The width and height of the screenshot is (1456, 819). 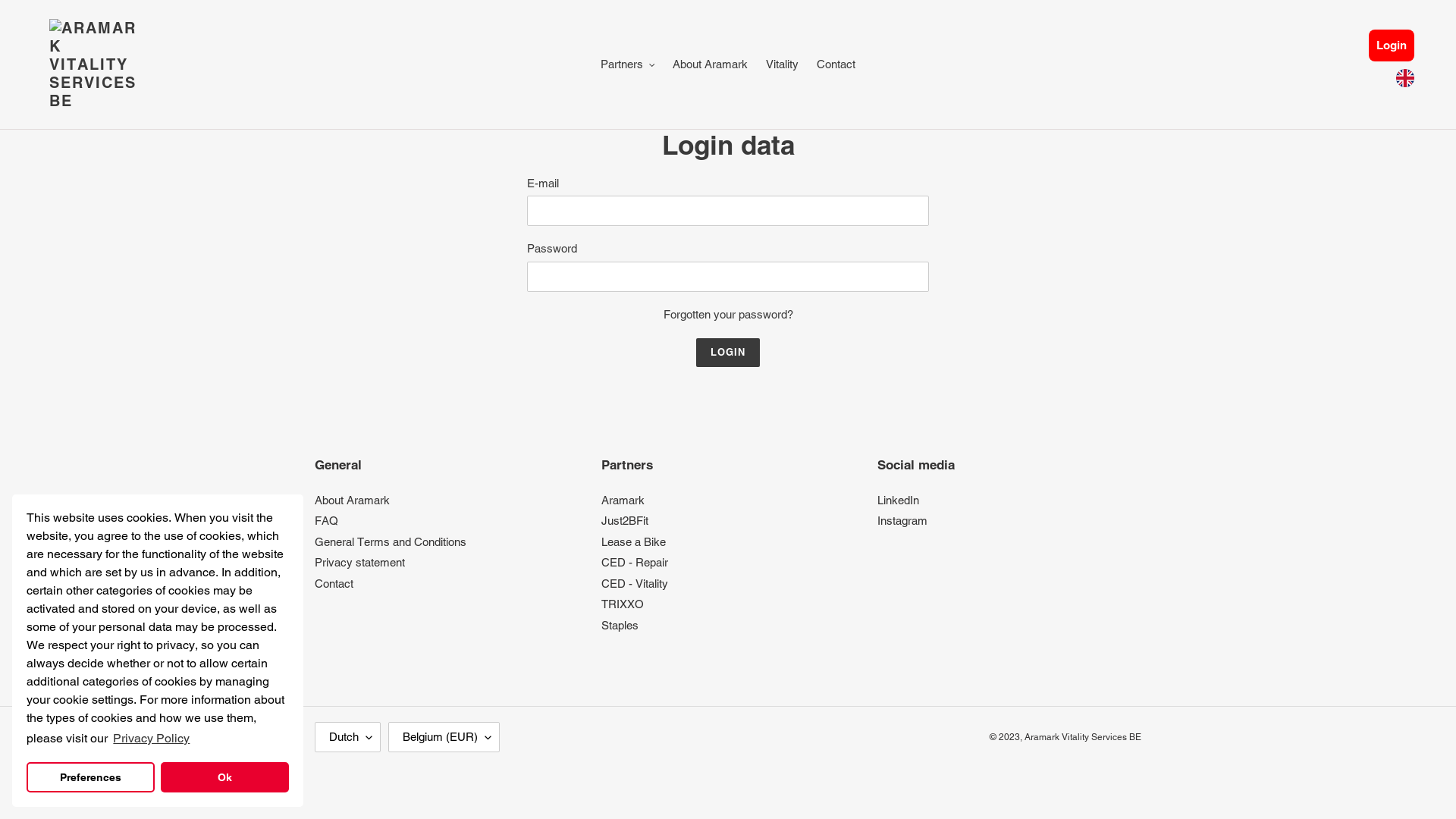 What do you see at coordinates (623, 500) in the screenshot?
I see `'Aramark'` at bounding box center [623, 500].